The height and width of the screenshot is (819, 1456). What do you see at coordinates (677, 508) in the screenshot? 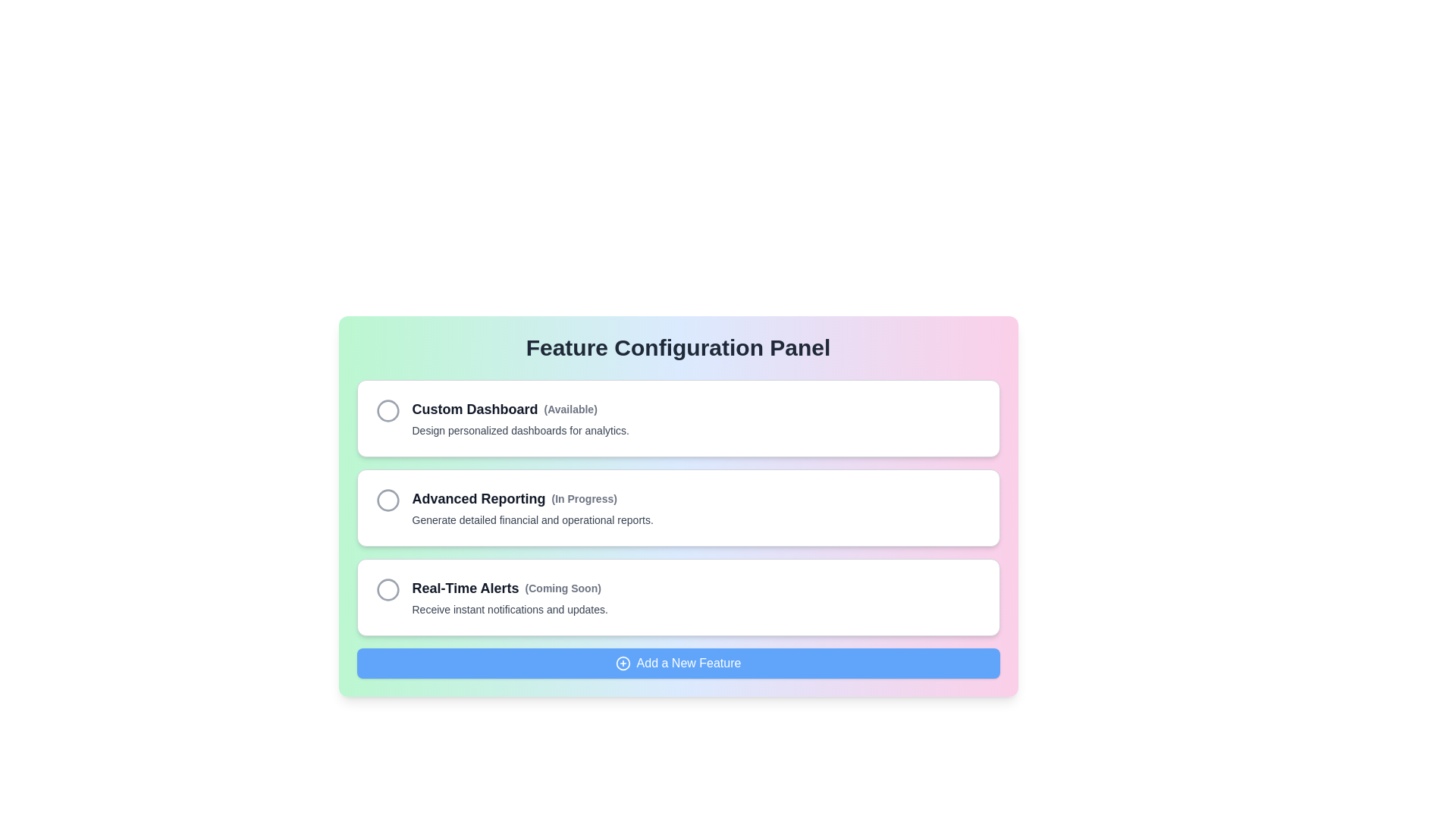
I see `the radio button of the second interactive list item for configuring advanced reporting features, which is currently marked as 'In Progress.'` at bounding box center [677, 508].